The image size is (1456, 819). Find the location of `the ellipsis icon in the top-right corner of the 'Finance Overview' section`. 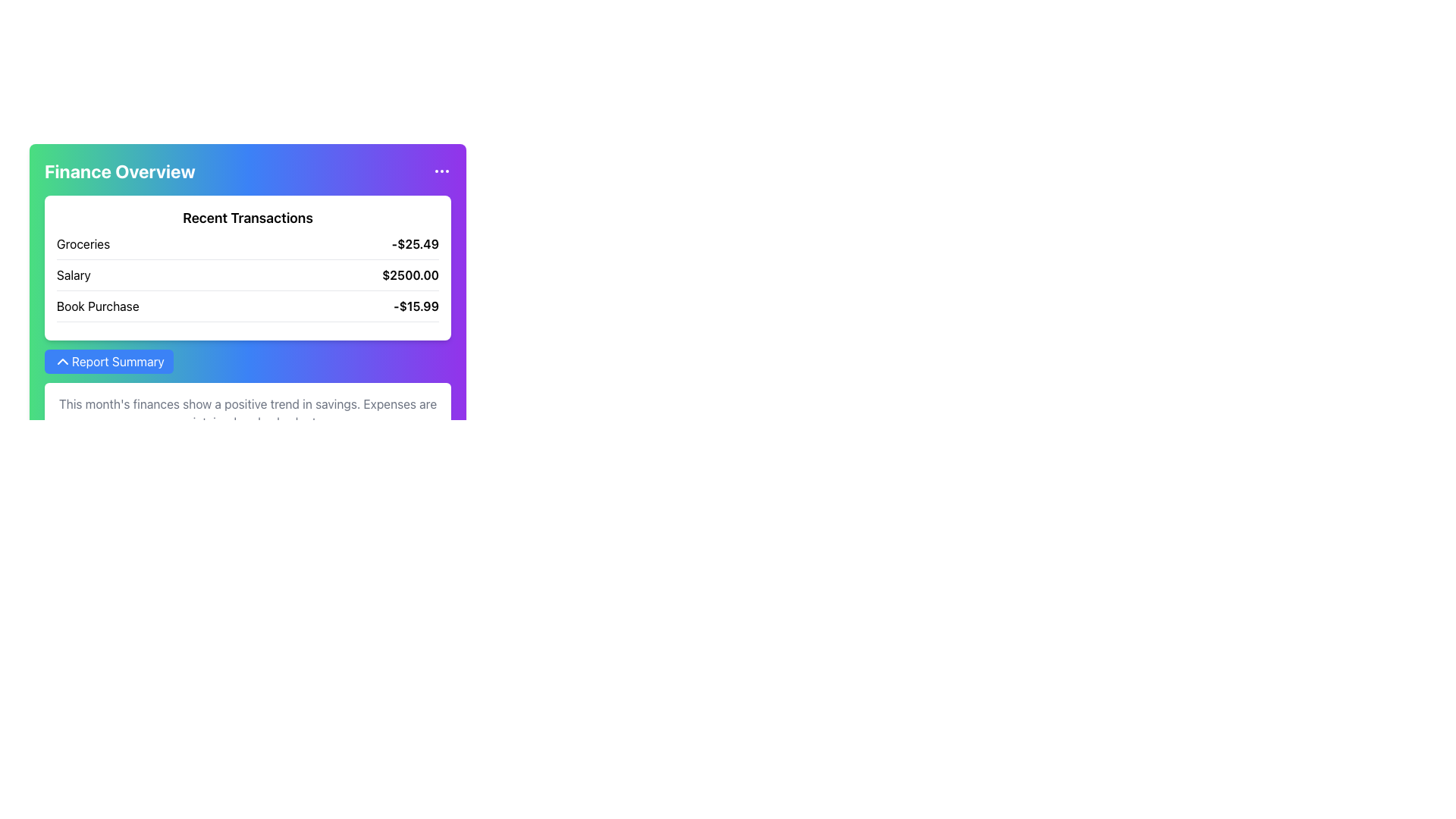

the ellipsis icon in the top-right corner of the 'Finance Overview' section is located at coordinates (441, 171).